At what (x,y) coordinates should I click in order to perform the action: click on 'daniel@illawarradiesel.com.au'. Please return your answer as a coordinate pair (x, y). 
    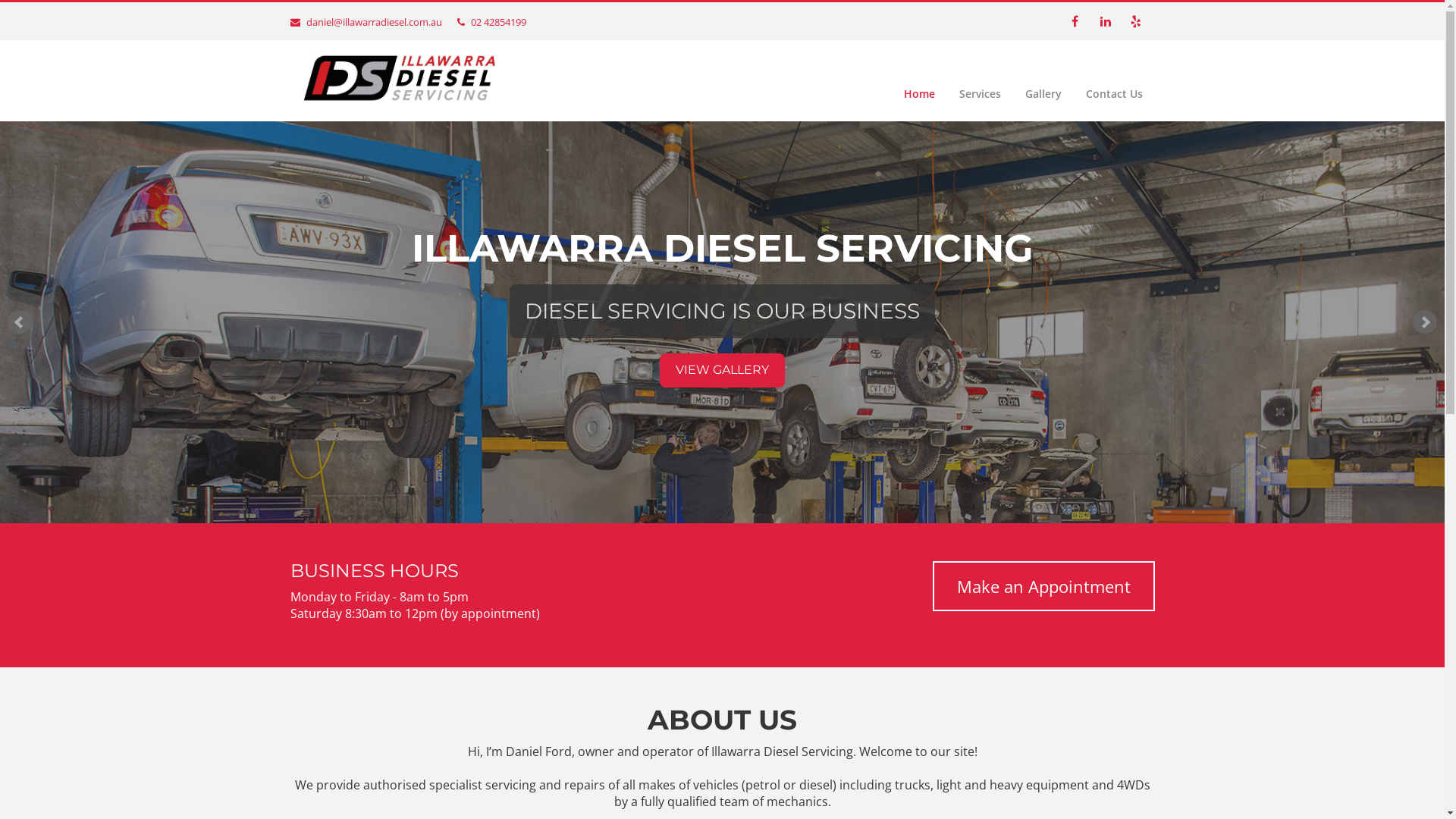
    Looking at the image, I should click on (374, 22).